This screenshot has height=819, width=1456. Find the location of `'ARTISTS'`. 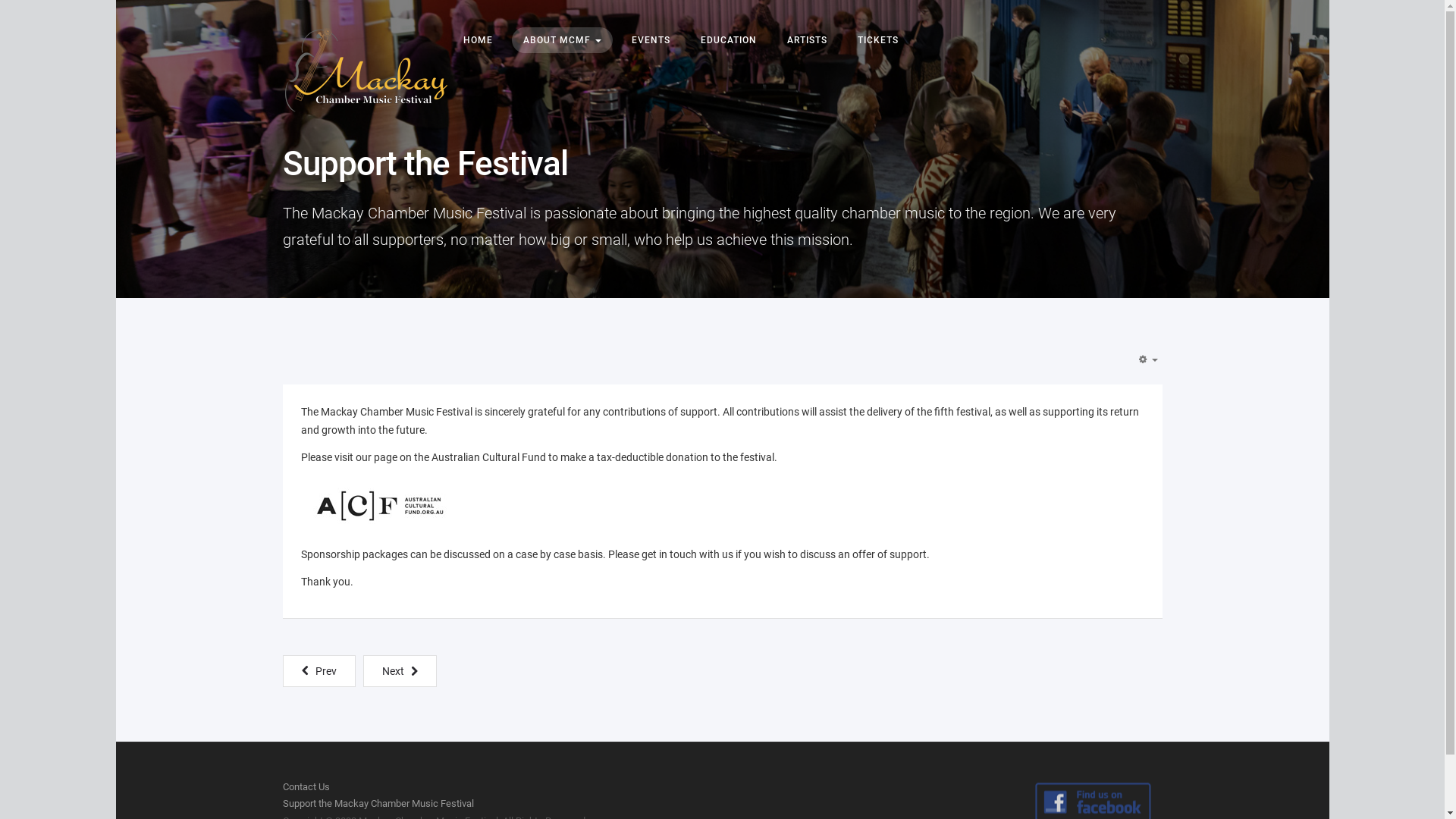

'ARTISTS' is located at coordinates (805, 39).